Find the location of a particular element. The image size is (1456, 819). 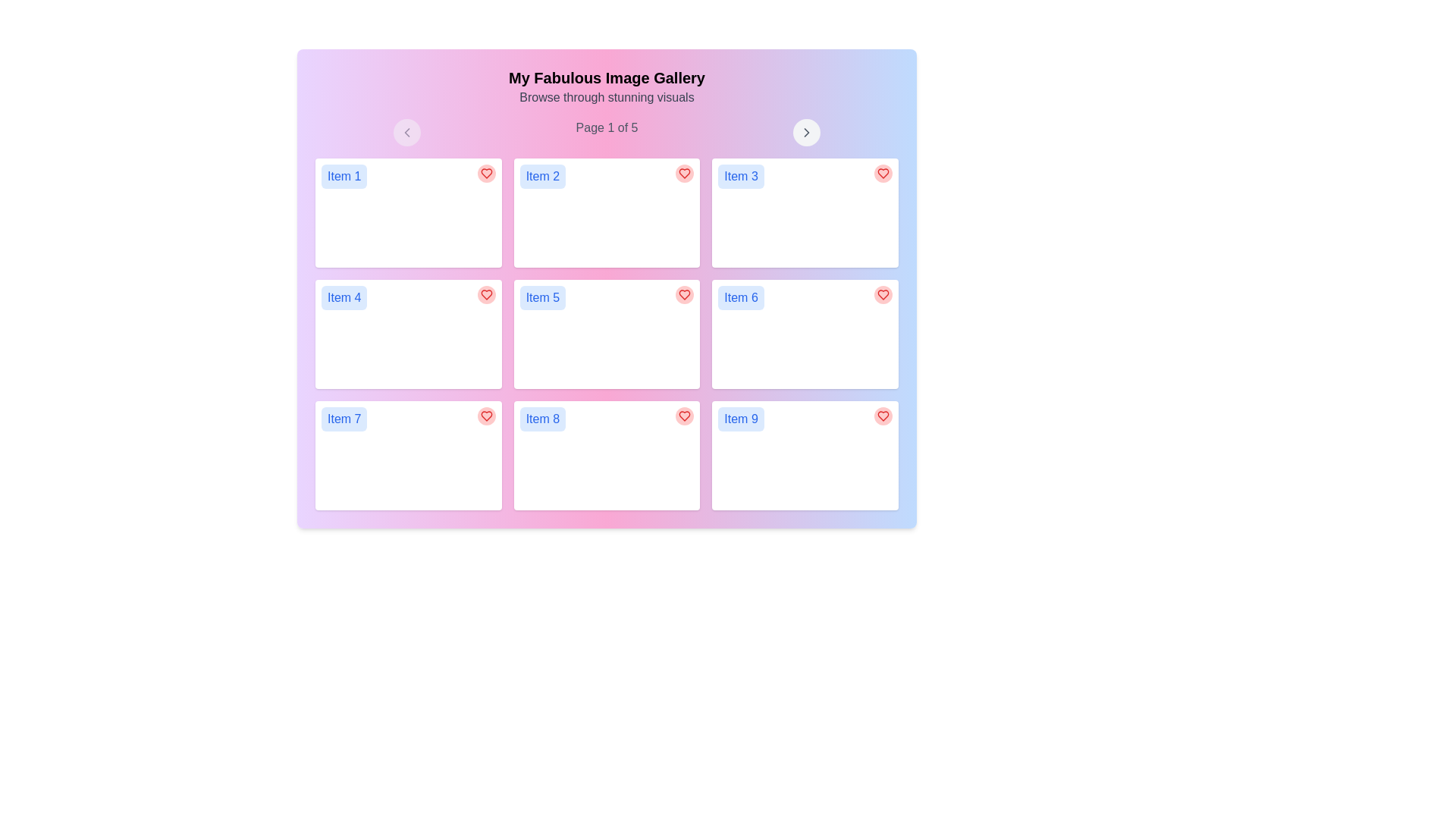

the heart-shaped 'Favorite' indicator icon located at the top-right corner of the box labeled 'Item 5' is located at coordinates (684, 295).